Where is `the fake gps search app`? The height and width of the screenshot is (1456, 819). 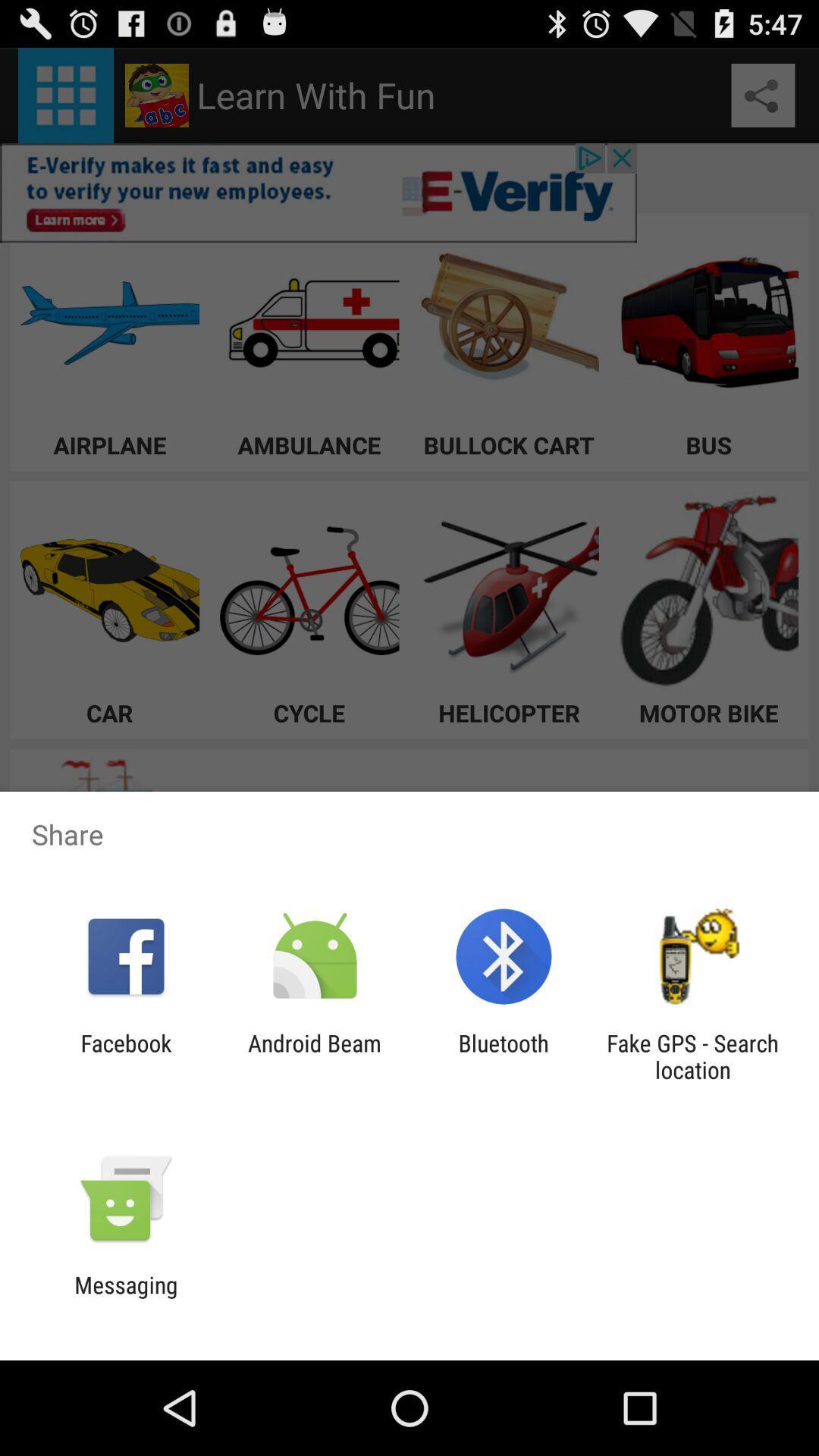 the fake gps search app is located at coordinates (692, 1056).